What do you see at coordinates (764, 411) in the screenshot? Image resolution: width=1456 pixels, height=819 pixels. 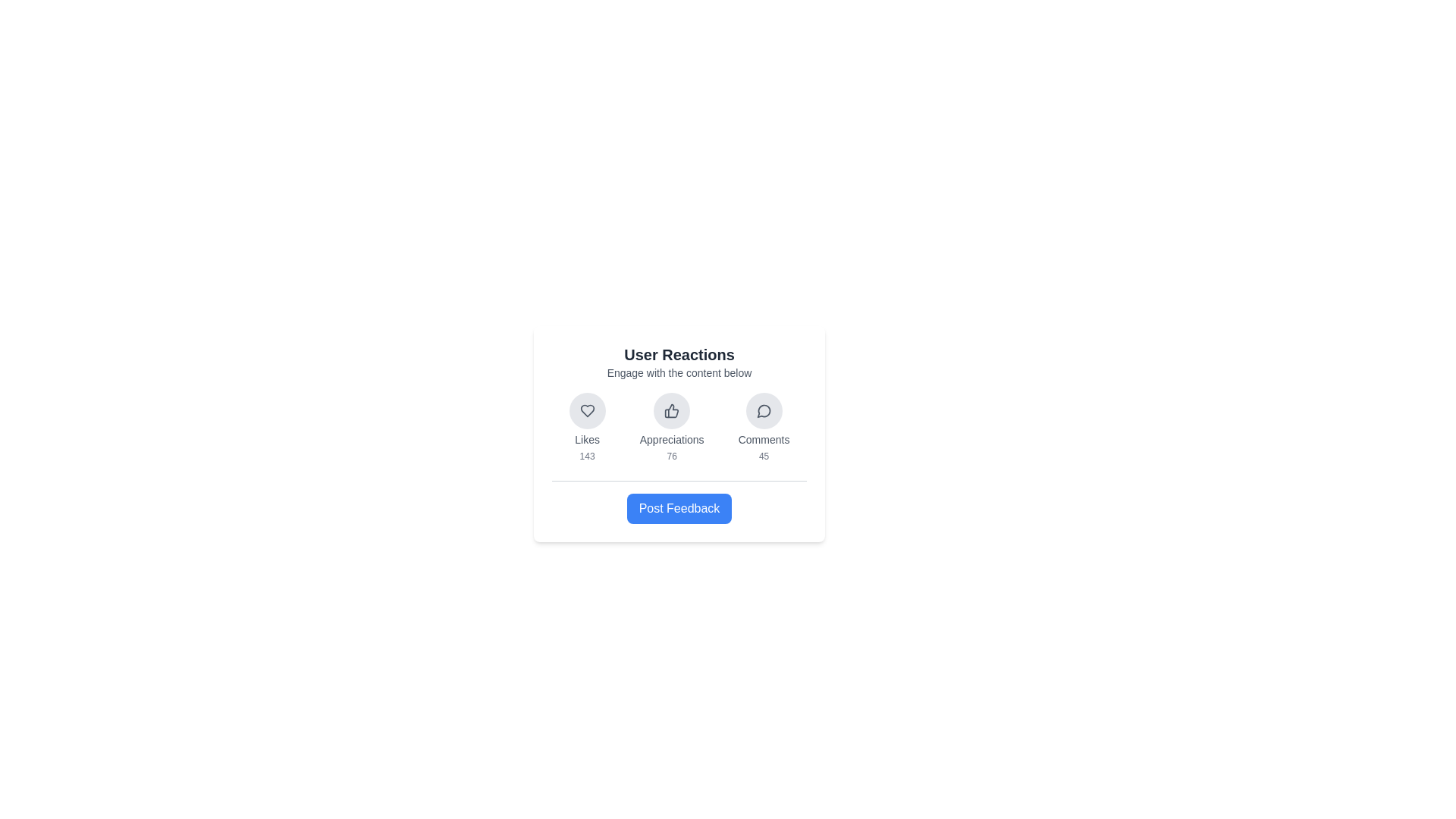 I see `the circular button with a speech bubble icon under the 'User Reactions' heading for accessibility navigation` at bounding box center [764, 411].